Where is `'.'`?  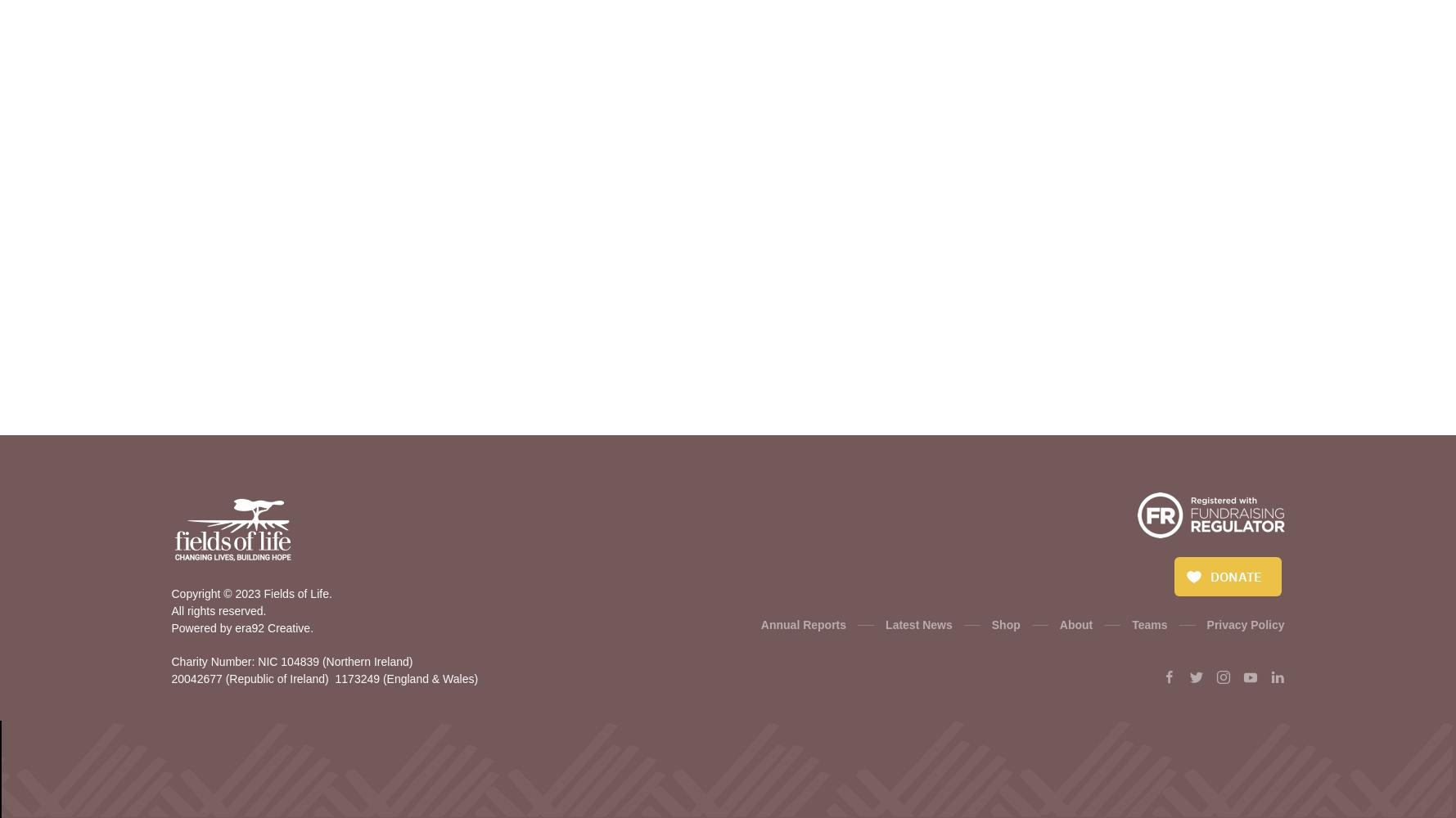 '.' is located at coordinates (309, 628).